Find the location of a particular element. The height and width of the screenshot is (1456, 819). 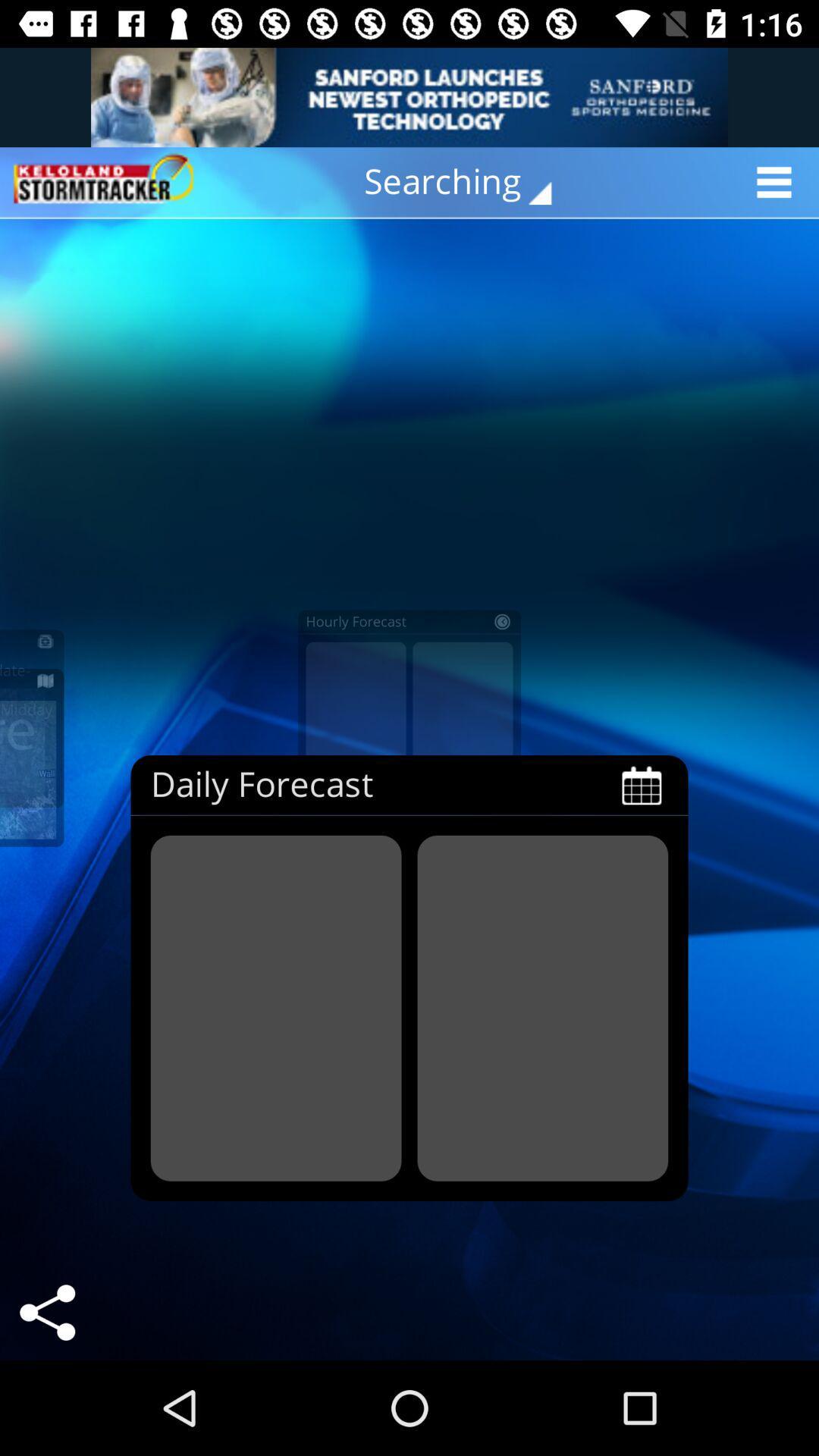

the share icon is located at coordinates (46, 1312).